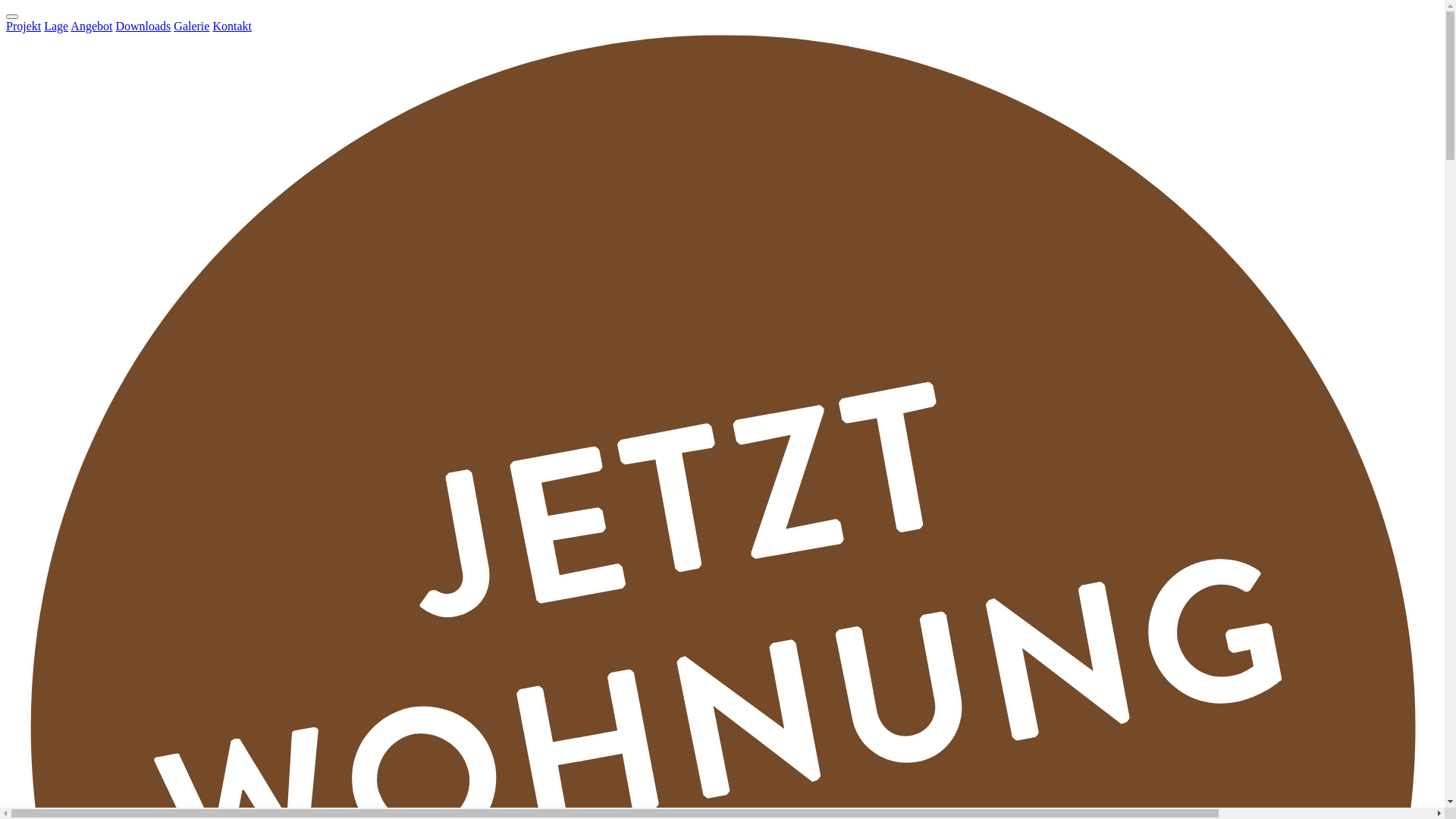 This screenshot has height=819, width=1456. Describe the element at coordinates (90, 26) in the screenshot. I see `'Angebot'` at that location.